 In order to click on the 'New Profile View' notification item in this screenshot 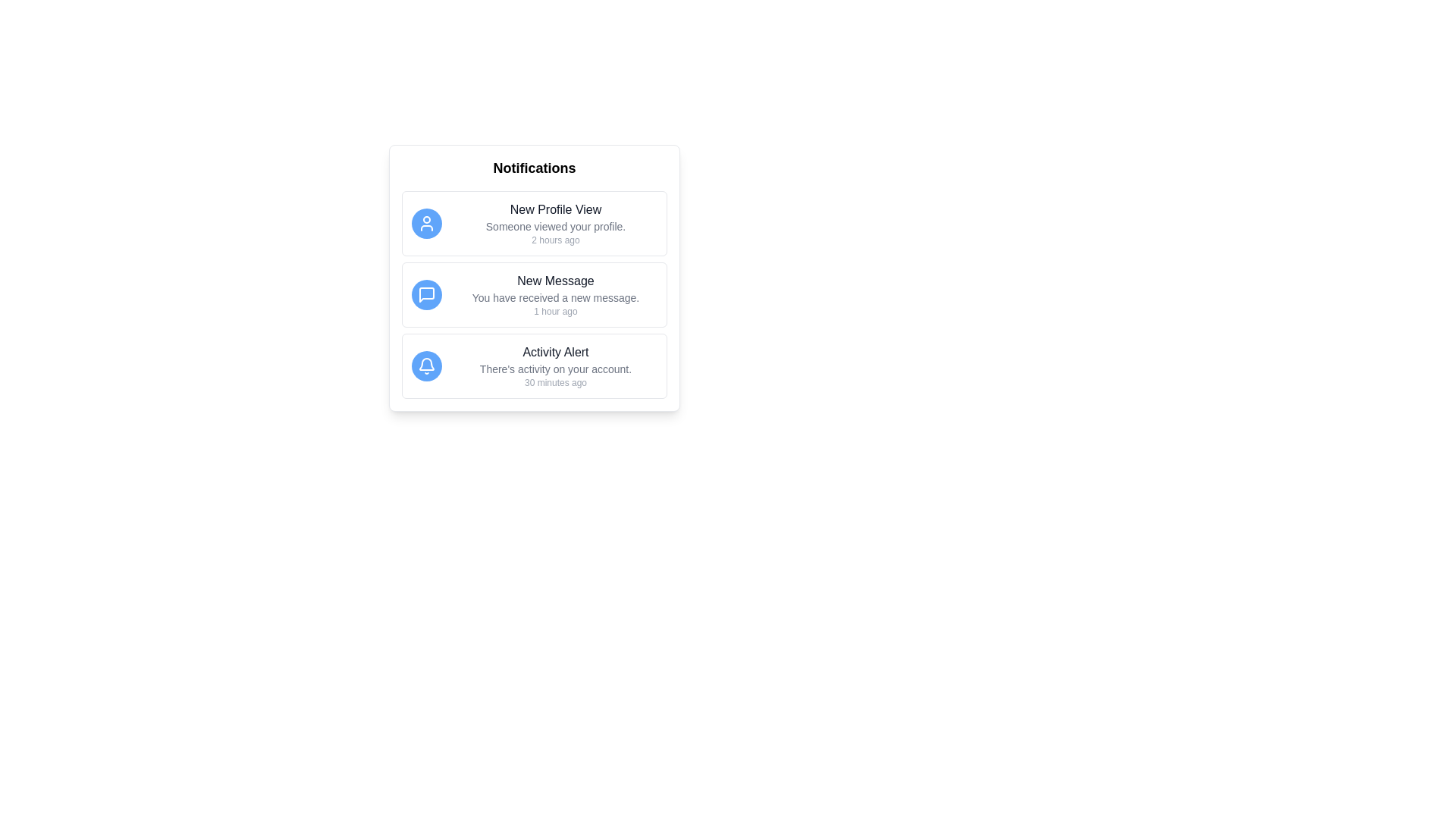, I will do `click(535, 223)`.